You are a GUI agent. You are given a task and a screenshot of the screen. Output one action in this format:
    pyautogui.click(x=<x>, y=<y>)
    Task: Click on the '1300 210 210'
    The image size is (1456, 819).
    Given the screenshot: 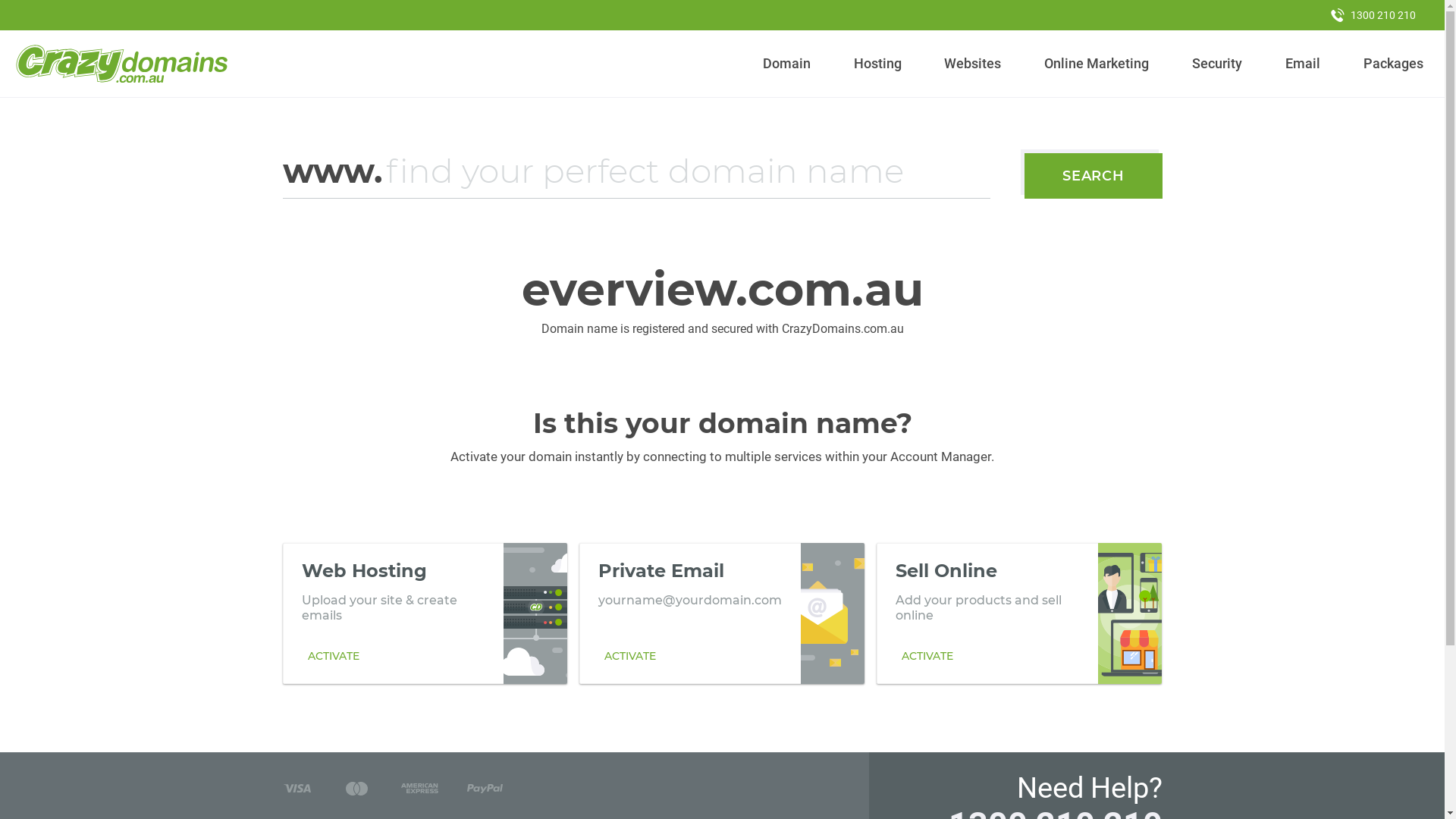 What is the action you would take?
    pyautogui.click(x=1316, y=14)
    